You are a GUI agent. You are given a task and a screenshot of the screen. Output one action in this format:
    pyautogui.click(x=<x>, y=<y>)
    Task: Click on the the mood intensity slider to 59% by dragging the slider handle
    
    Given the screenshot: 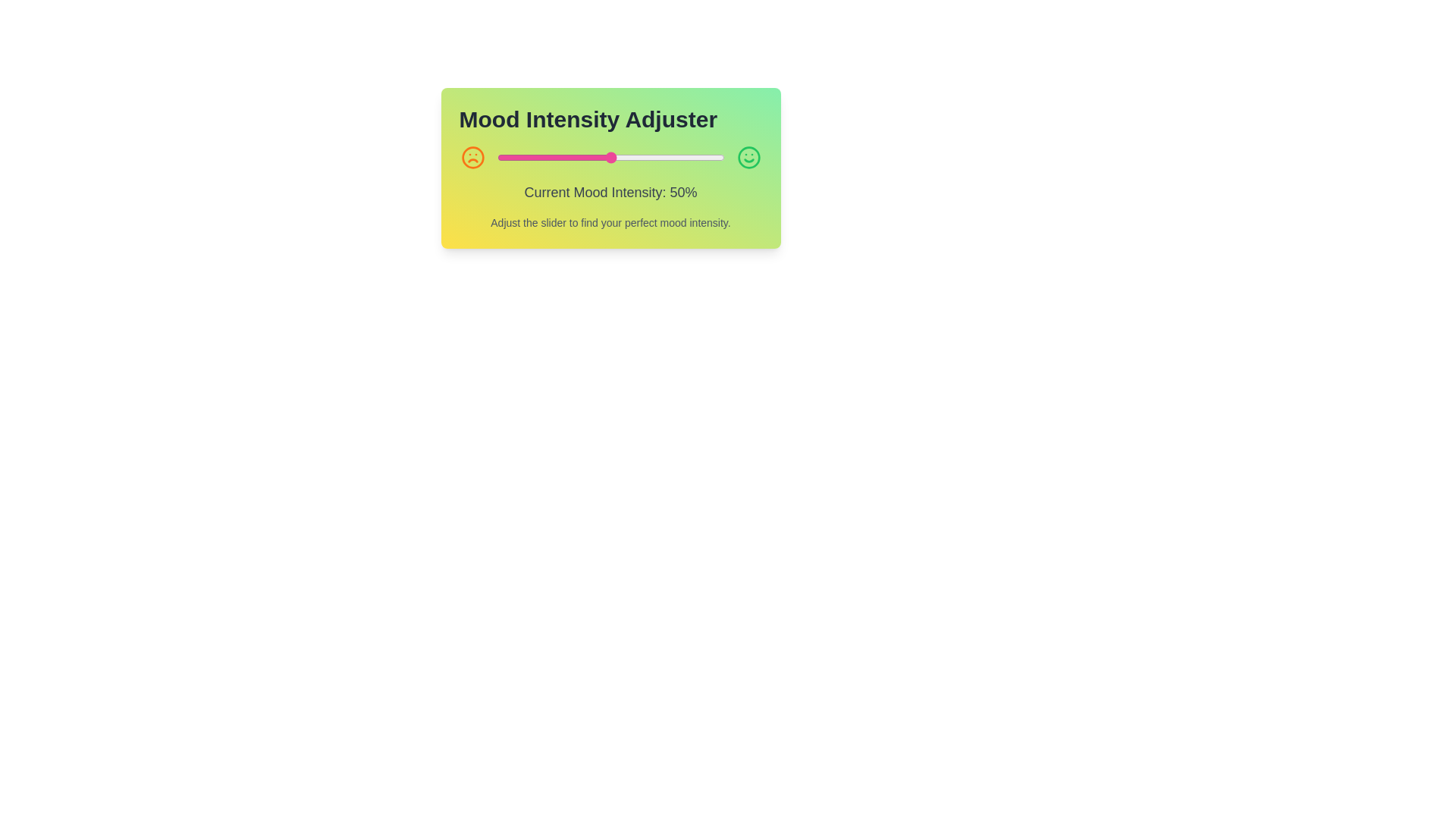 What is the action you would take?
    pyautogui.click(x=631, y=158)
    